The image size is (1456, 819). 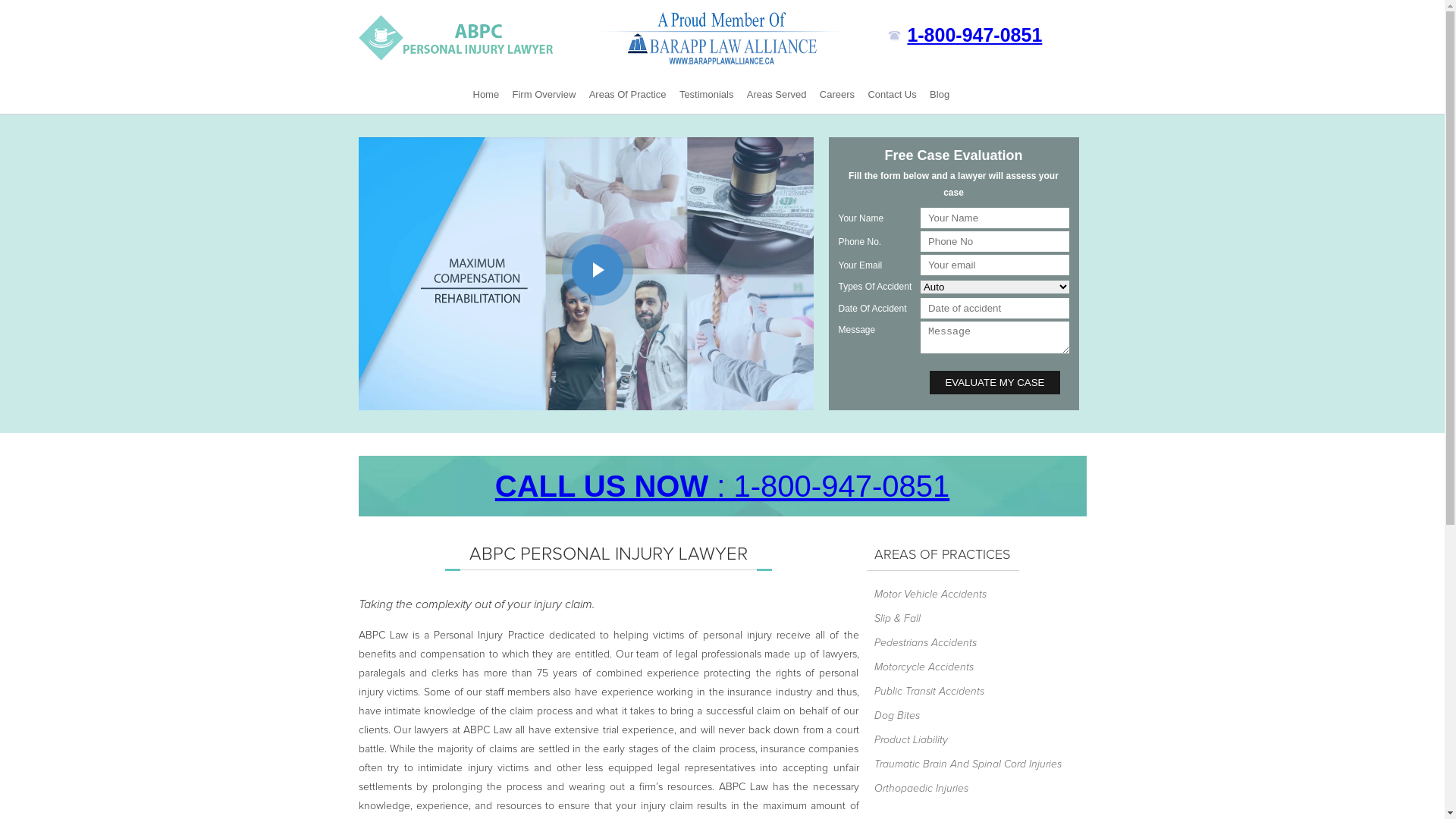 What do you see at coordinates (967, 593) in the screenshot?
I see `'Motor Vehicle Accidents'` at bounding box center [967, 593].